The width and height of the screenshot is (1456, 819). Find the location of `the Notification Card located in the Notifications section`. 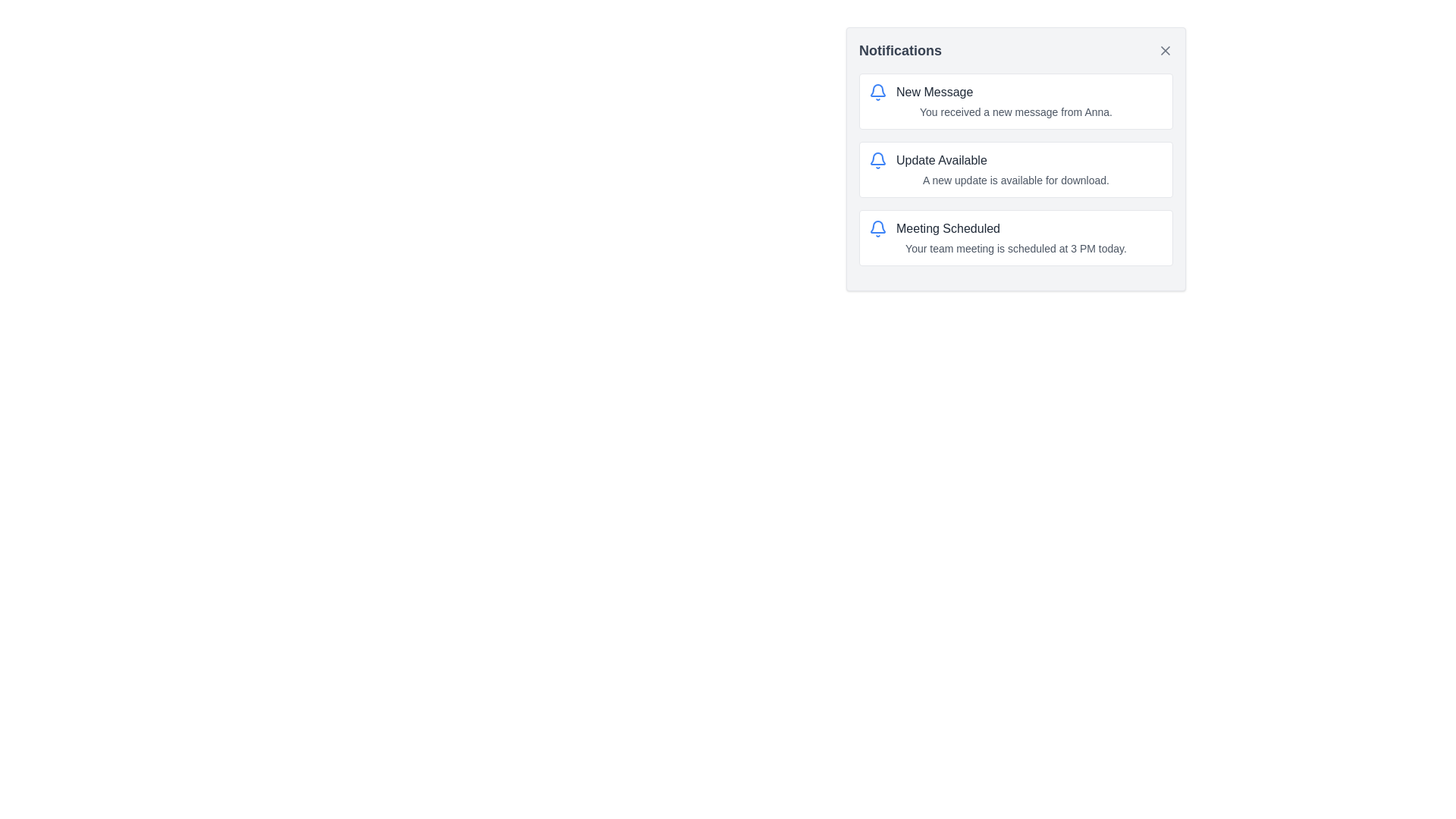

the Notification Card located in the Notifications section is located at coordinates (1015, 158).